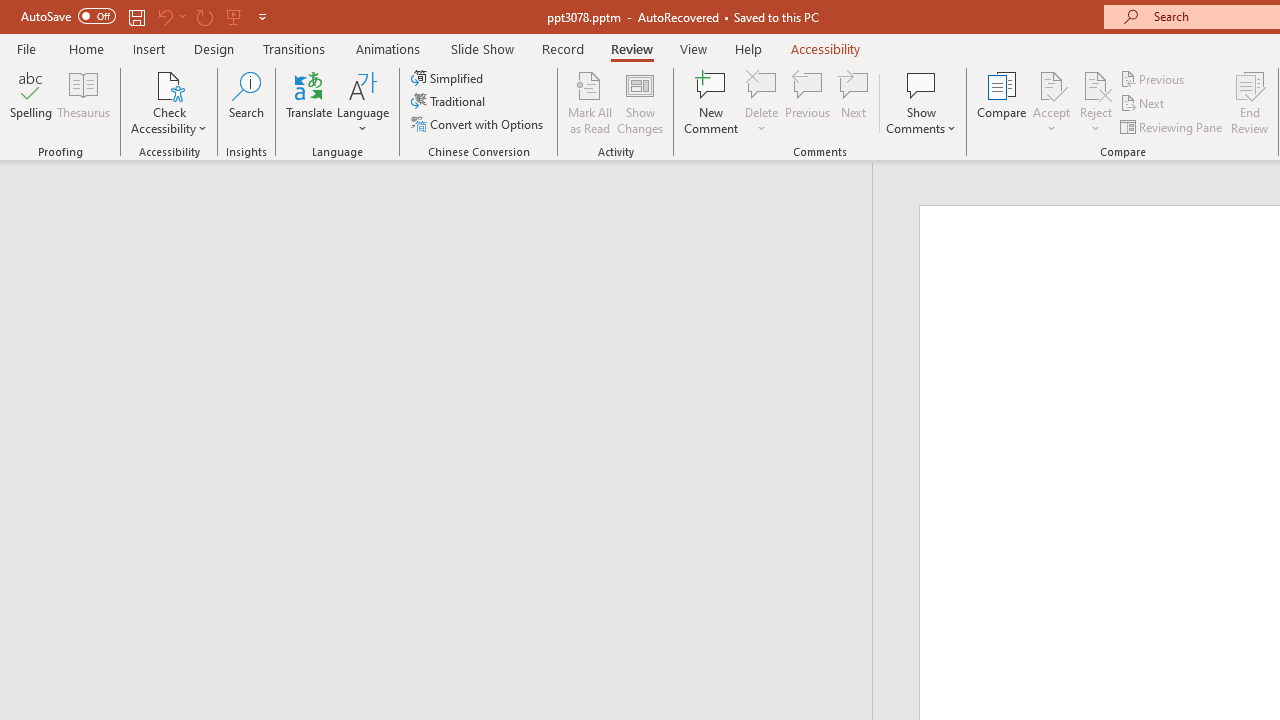 The width and height of the screenshot is (1280, 720). I want to click on 'Mark All as Read', so click(589, 103).